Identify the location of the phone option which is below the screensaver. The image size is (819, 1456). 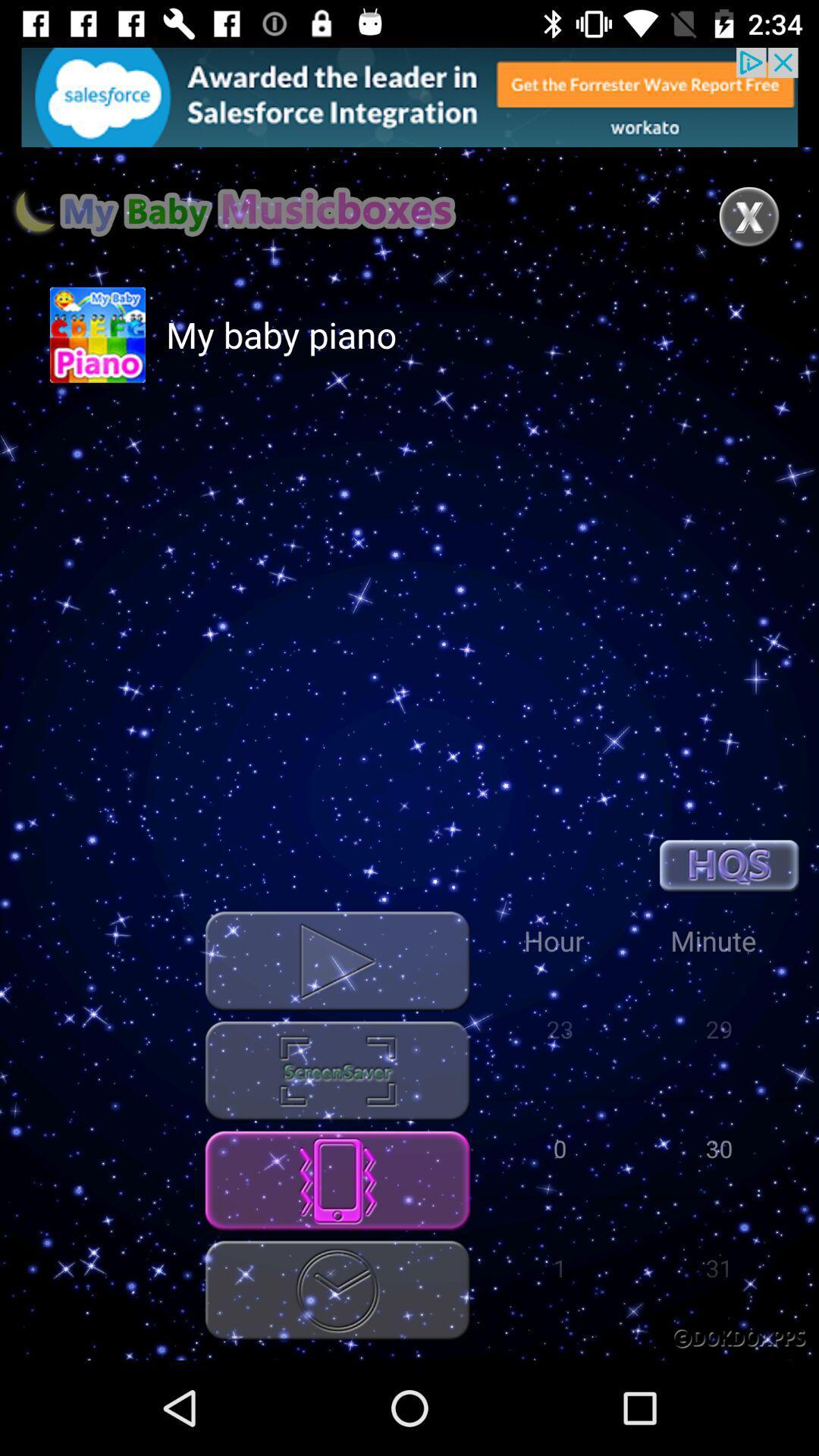
(337, 1180).